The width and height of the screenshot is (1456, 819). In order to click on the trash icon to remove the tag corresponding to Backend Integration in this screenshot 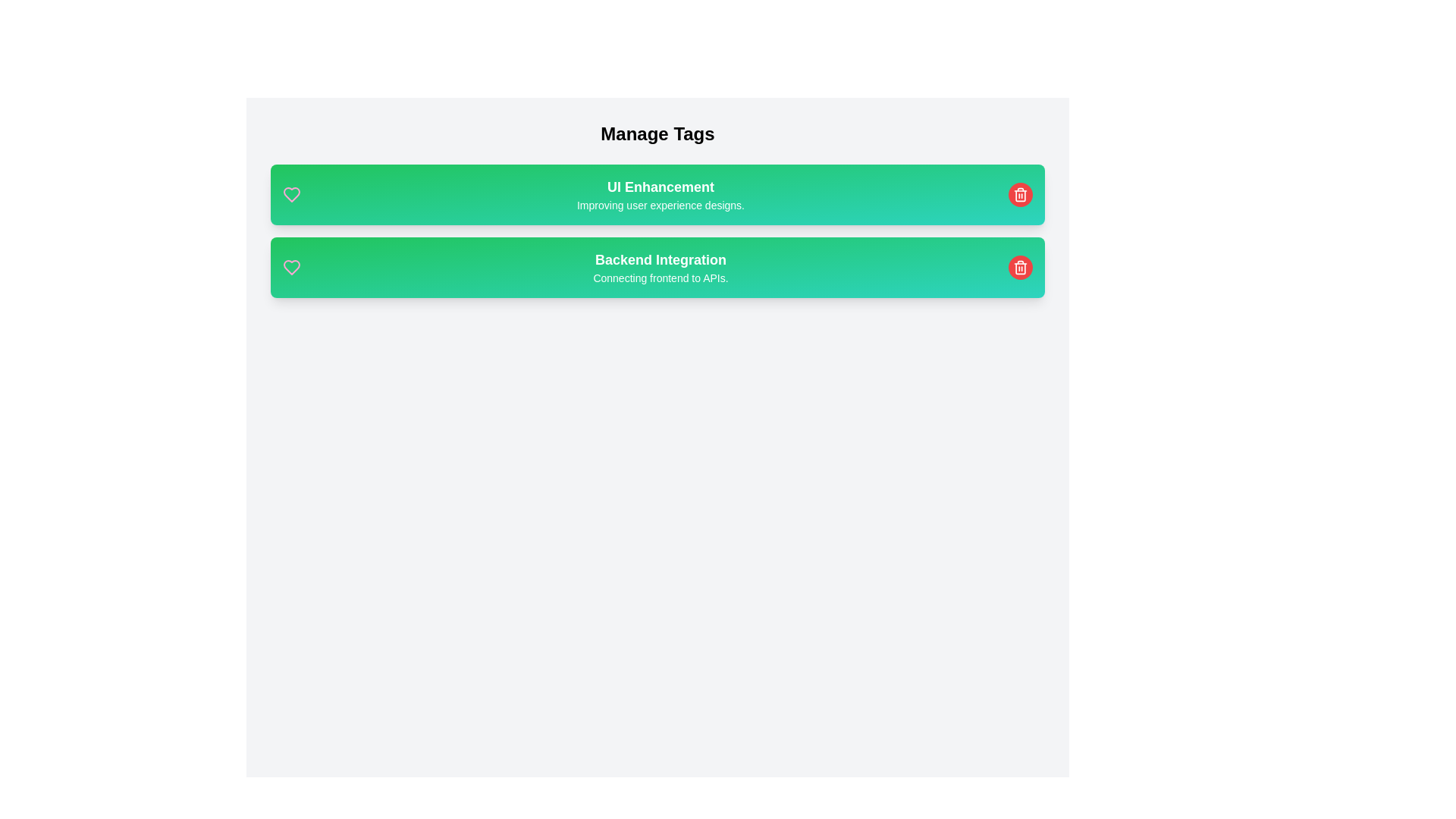, I will do `click(1020, 267)`.